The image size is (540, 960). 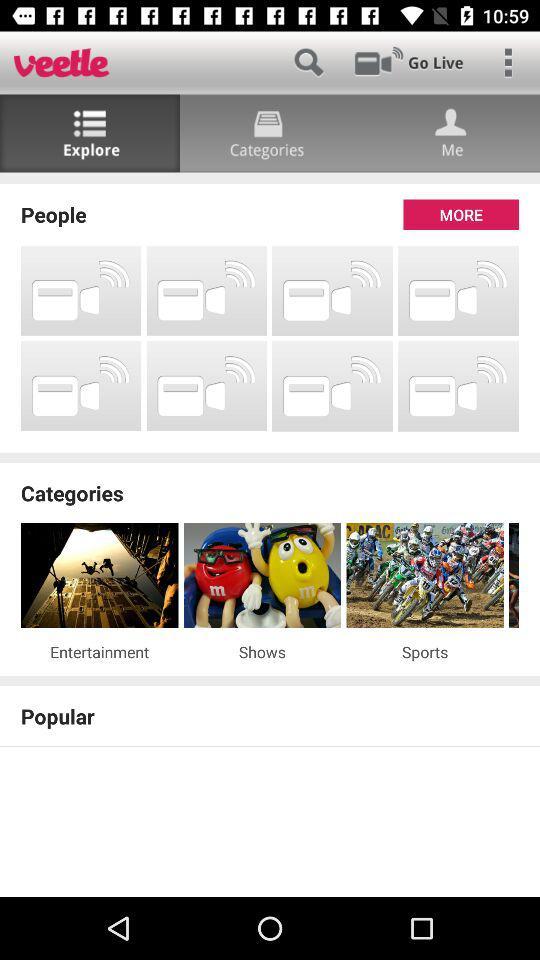 I want to click on the item at the bottom right corner, so click(x=424, y=650).